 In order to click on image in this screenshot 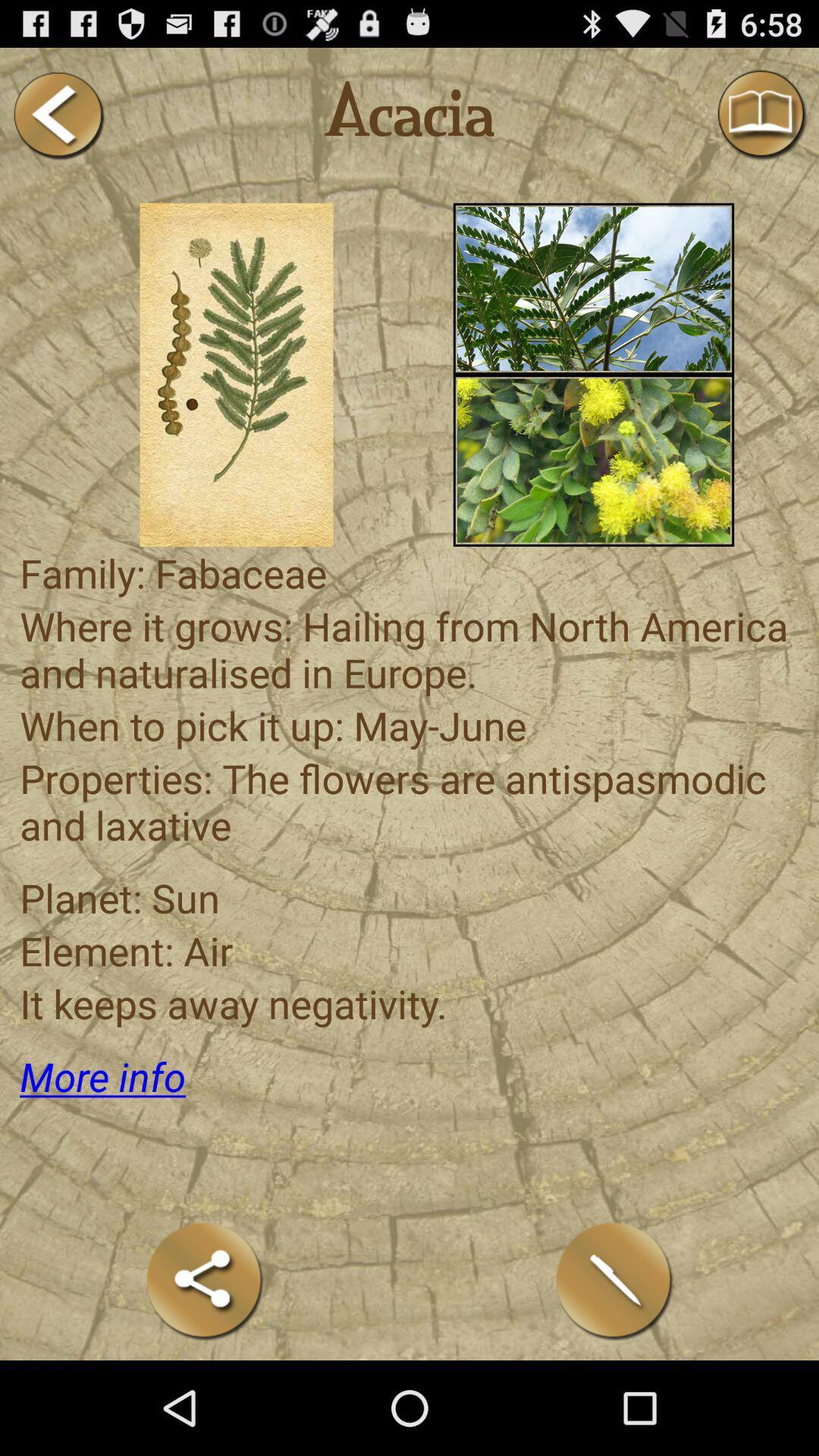, I will do `click(593, 460)`.